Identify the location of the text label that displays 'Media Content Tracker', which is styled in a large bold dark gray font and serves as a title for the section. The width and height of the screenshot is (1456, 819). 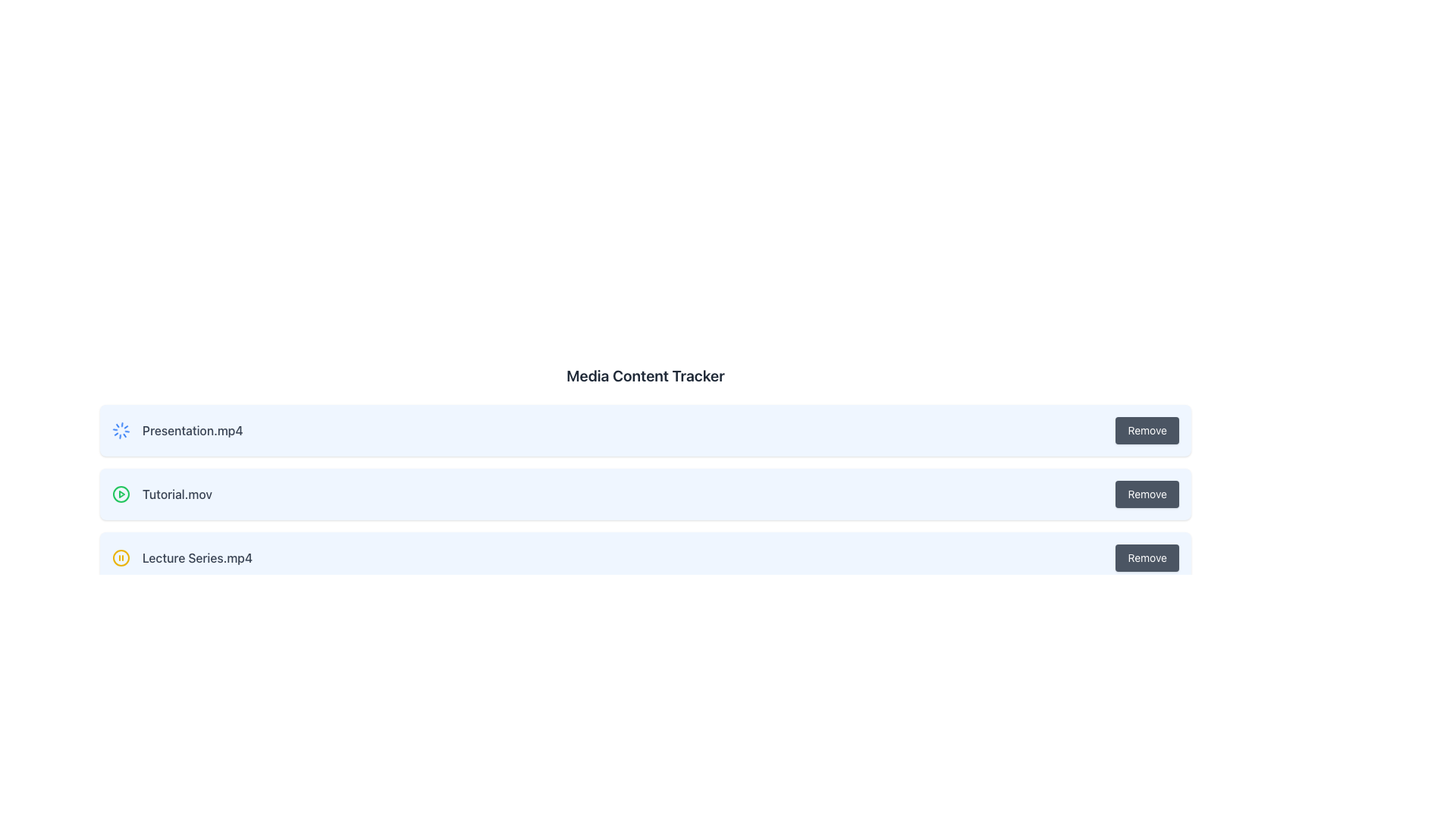
(645, 375).